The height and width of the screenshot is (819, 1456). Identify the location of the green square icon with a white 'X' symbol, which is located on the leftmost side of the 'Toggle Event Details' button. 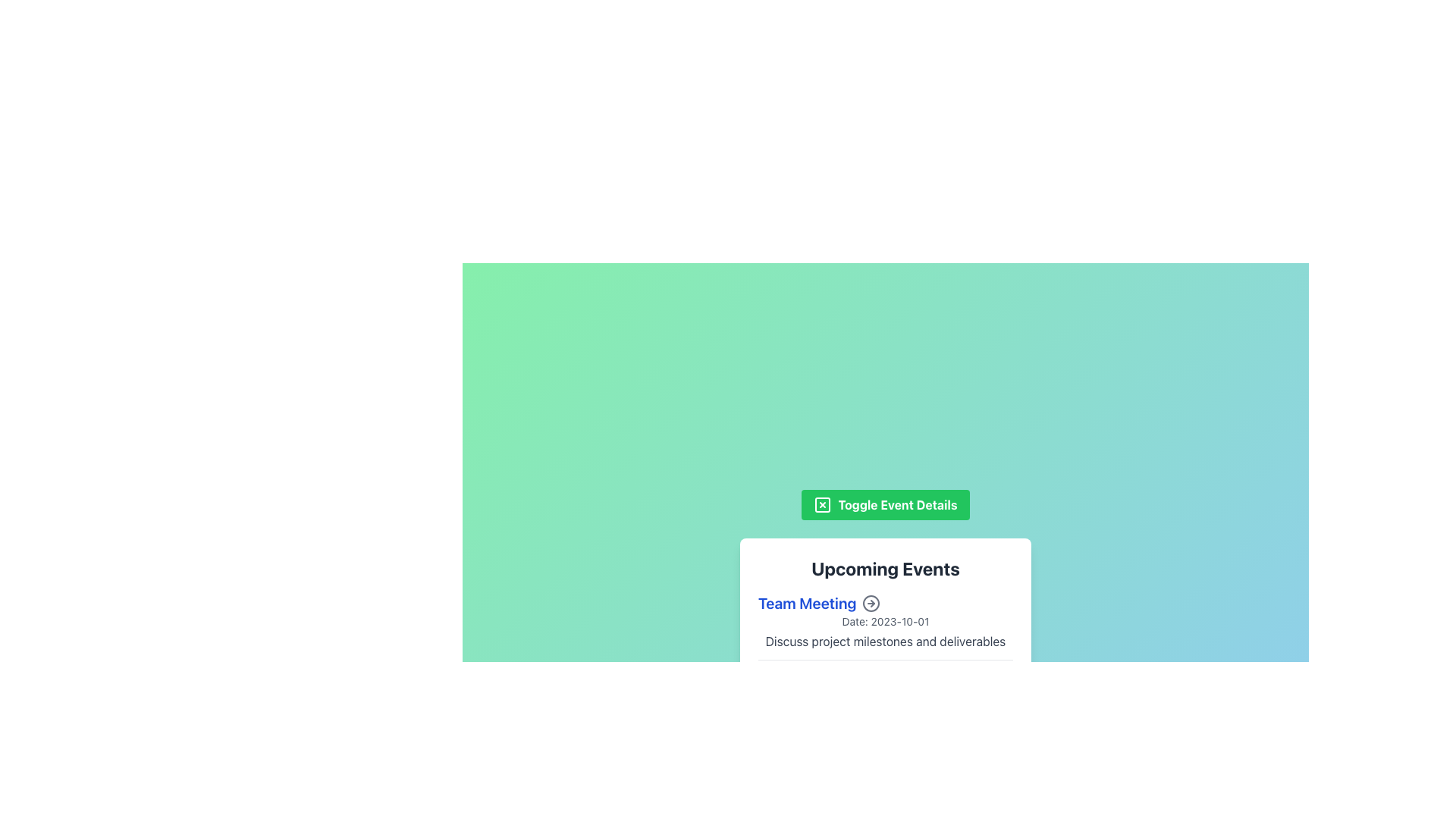
(822, 504).